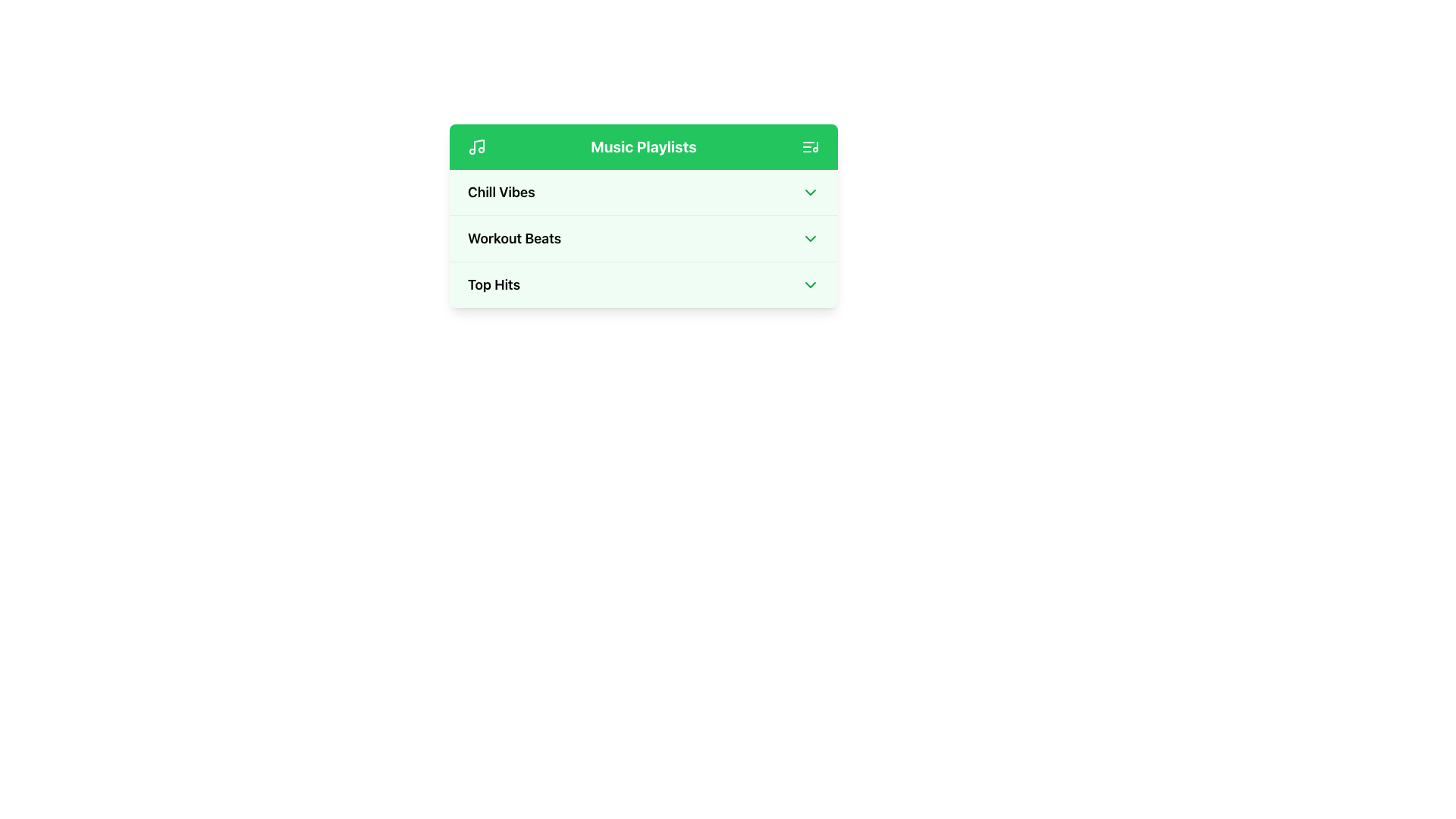  I want to click on the 'Chill Vibes' menu item, which is the topmost item in the list, so click(644, 192).